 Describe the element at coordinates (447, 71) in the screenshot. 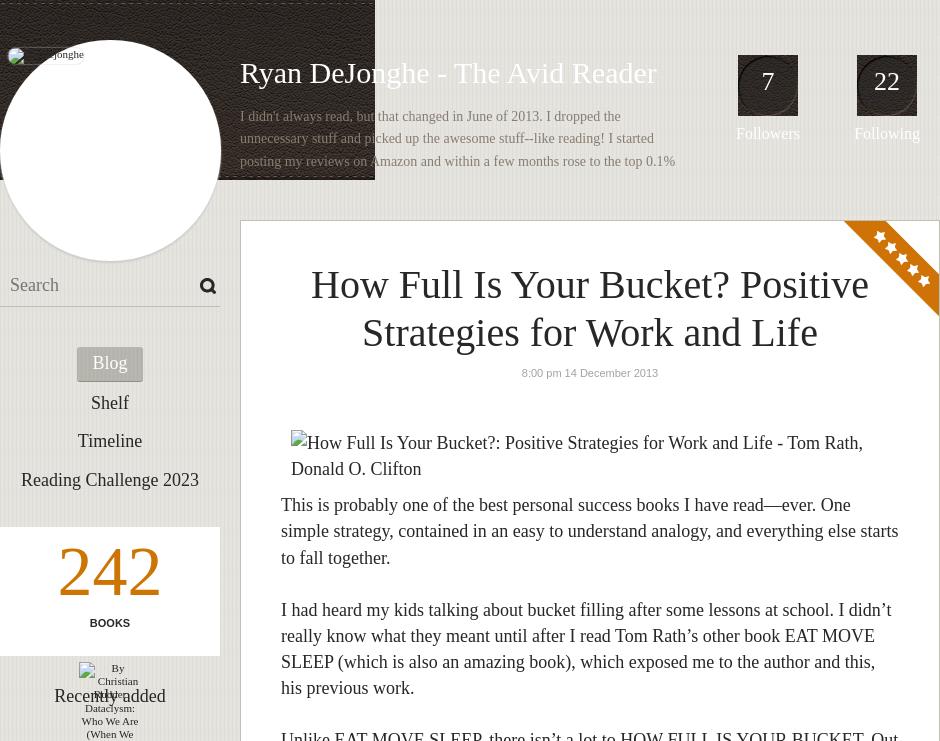

I see `'Ryan DeJonghe - The Avid Reader'` at that location.